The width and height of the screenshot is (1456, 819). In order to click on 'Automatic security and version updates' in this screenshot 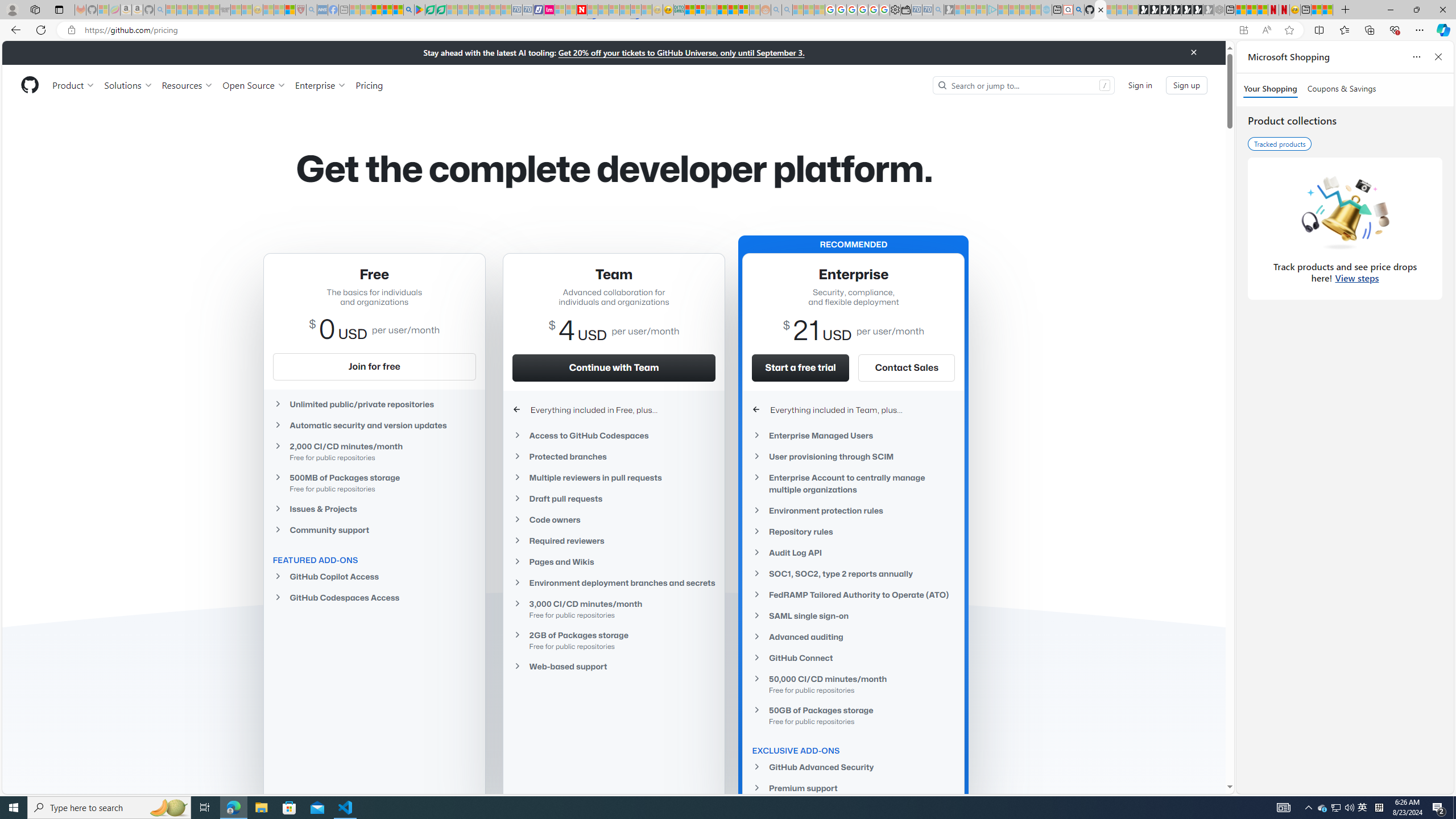, I will do `click(373, 425)`.